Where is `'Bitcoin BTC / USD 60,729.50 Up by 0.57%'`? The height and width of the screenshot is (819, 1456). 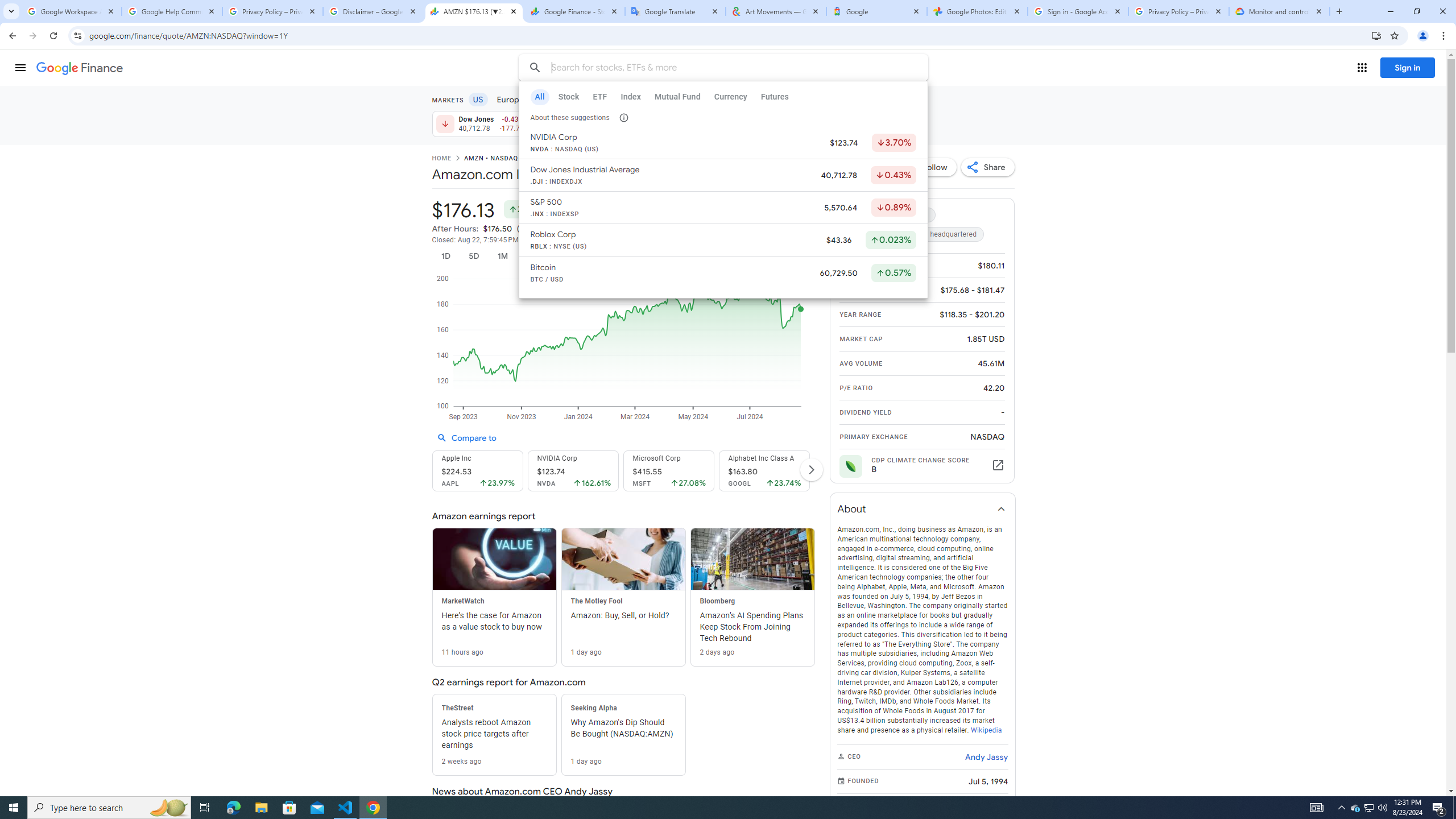
'Bitcoin BTC / USD 60,729.50 Up by 0.57%' is located at coordinates (723, 274).